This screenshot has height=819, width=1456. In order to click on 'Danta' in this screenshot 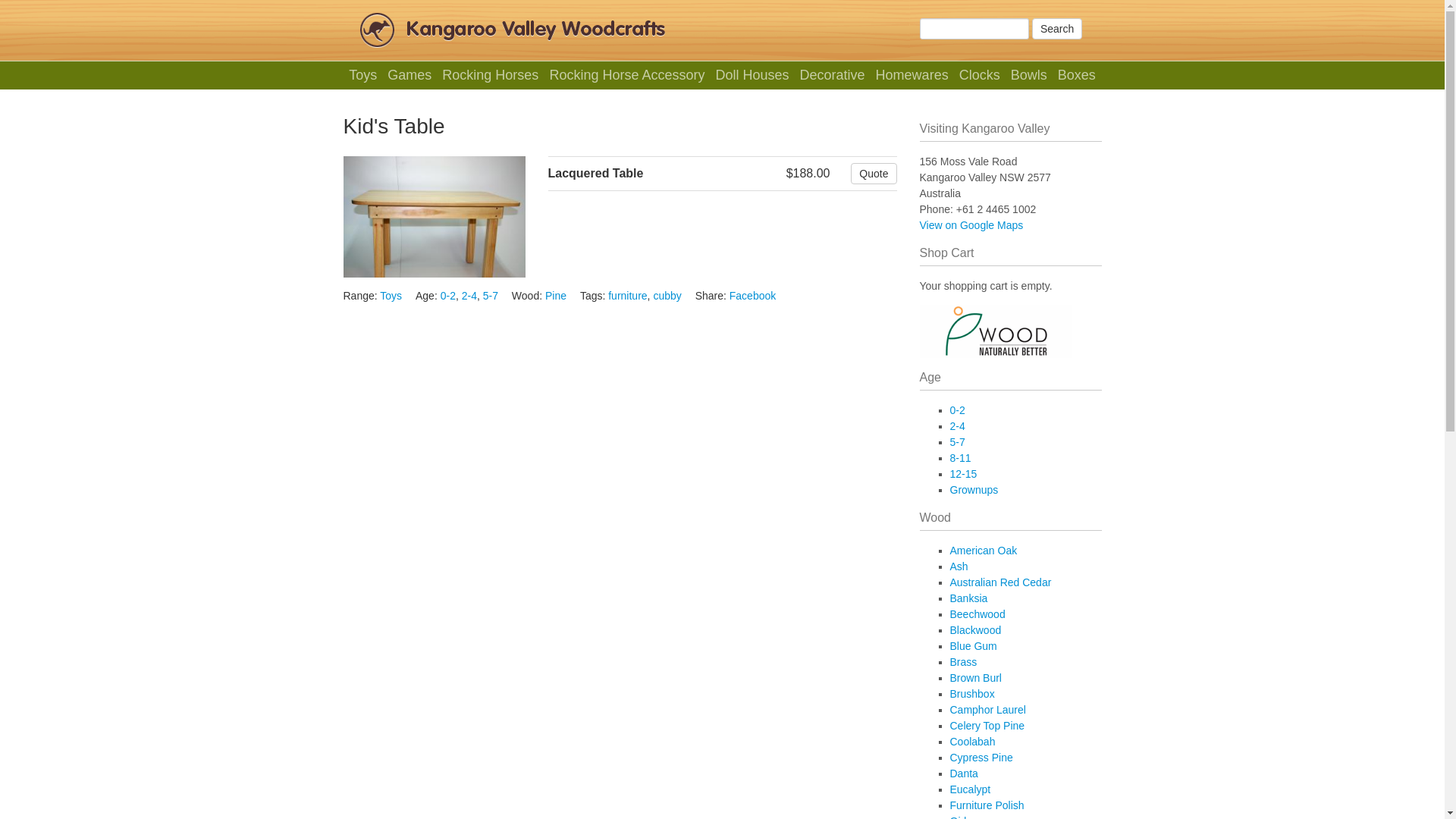, I will do `click(962, 773)`.